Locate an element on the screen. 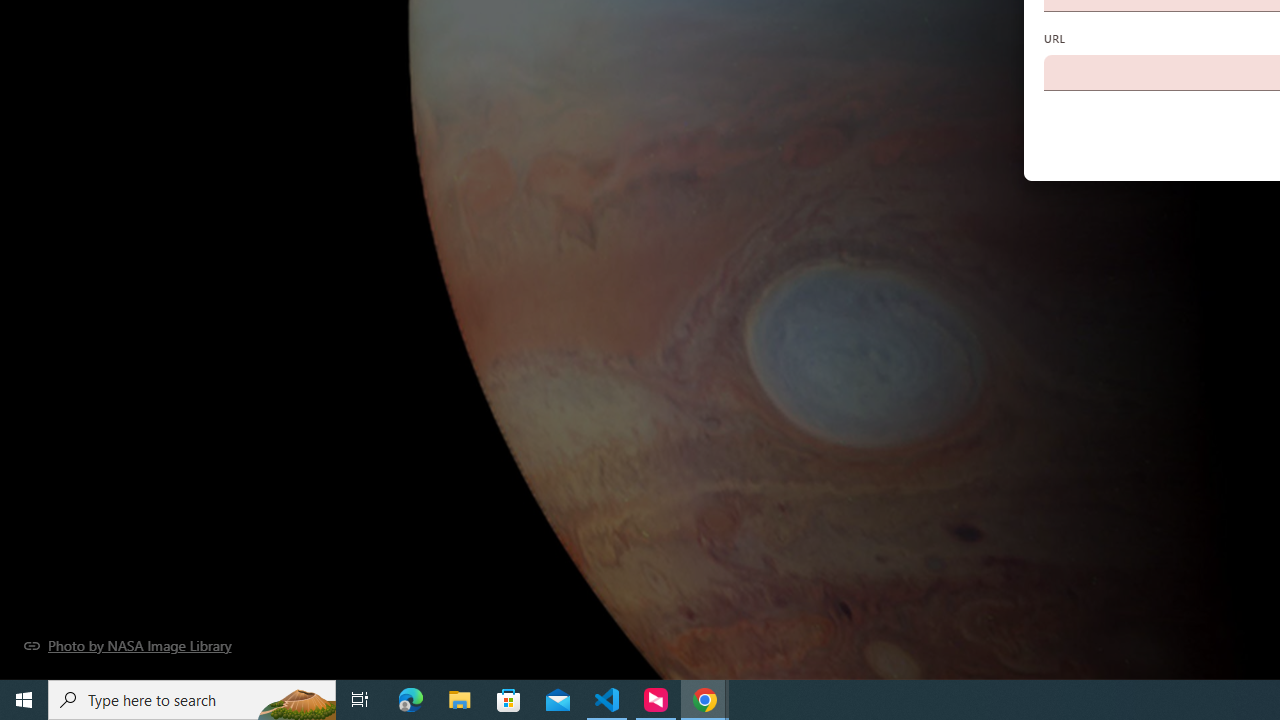  'Search highlights icon opens search home window' is located at coordinates (294, 698).